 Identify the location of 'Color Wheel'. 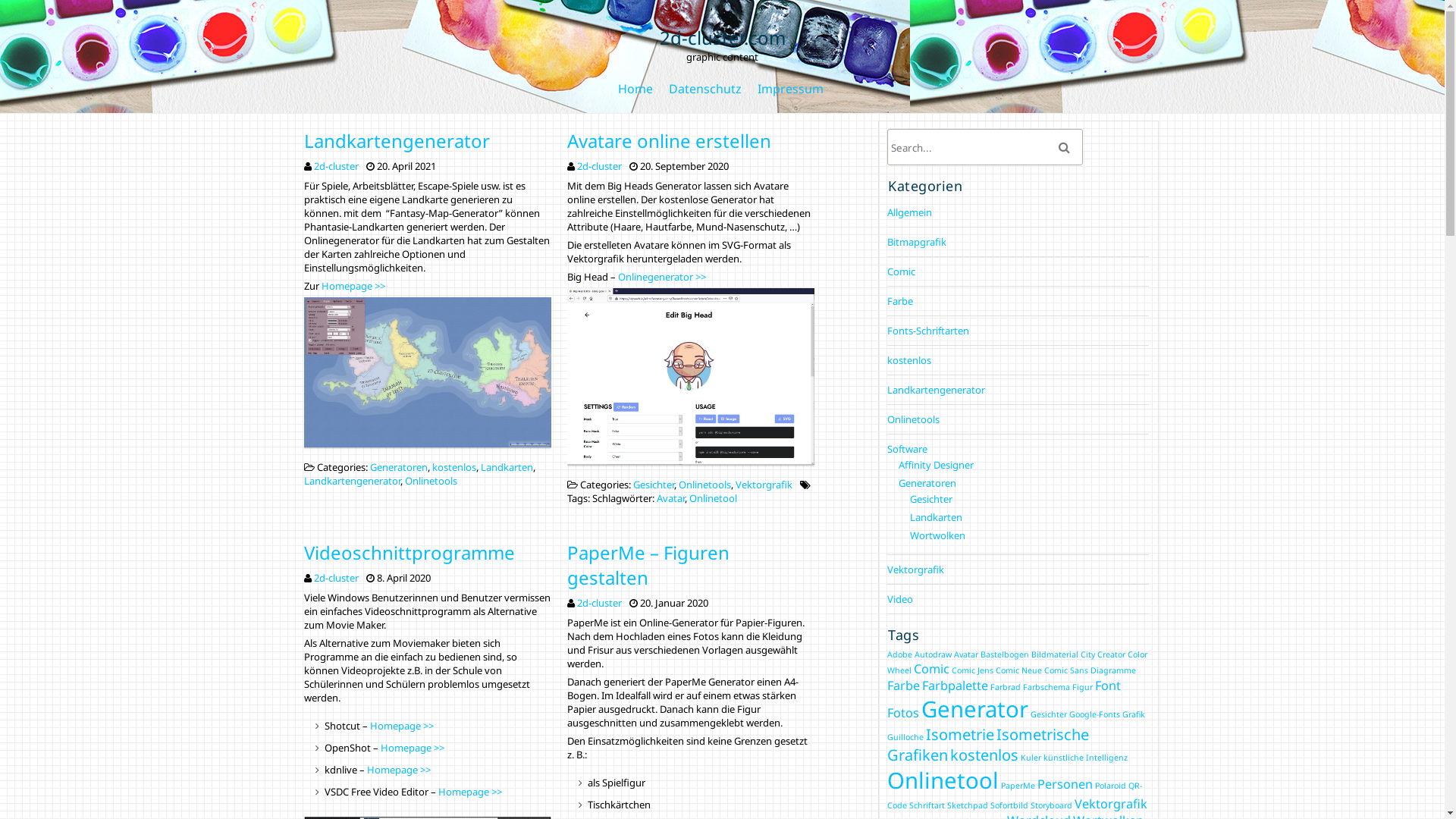
(1017, 661).